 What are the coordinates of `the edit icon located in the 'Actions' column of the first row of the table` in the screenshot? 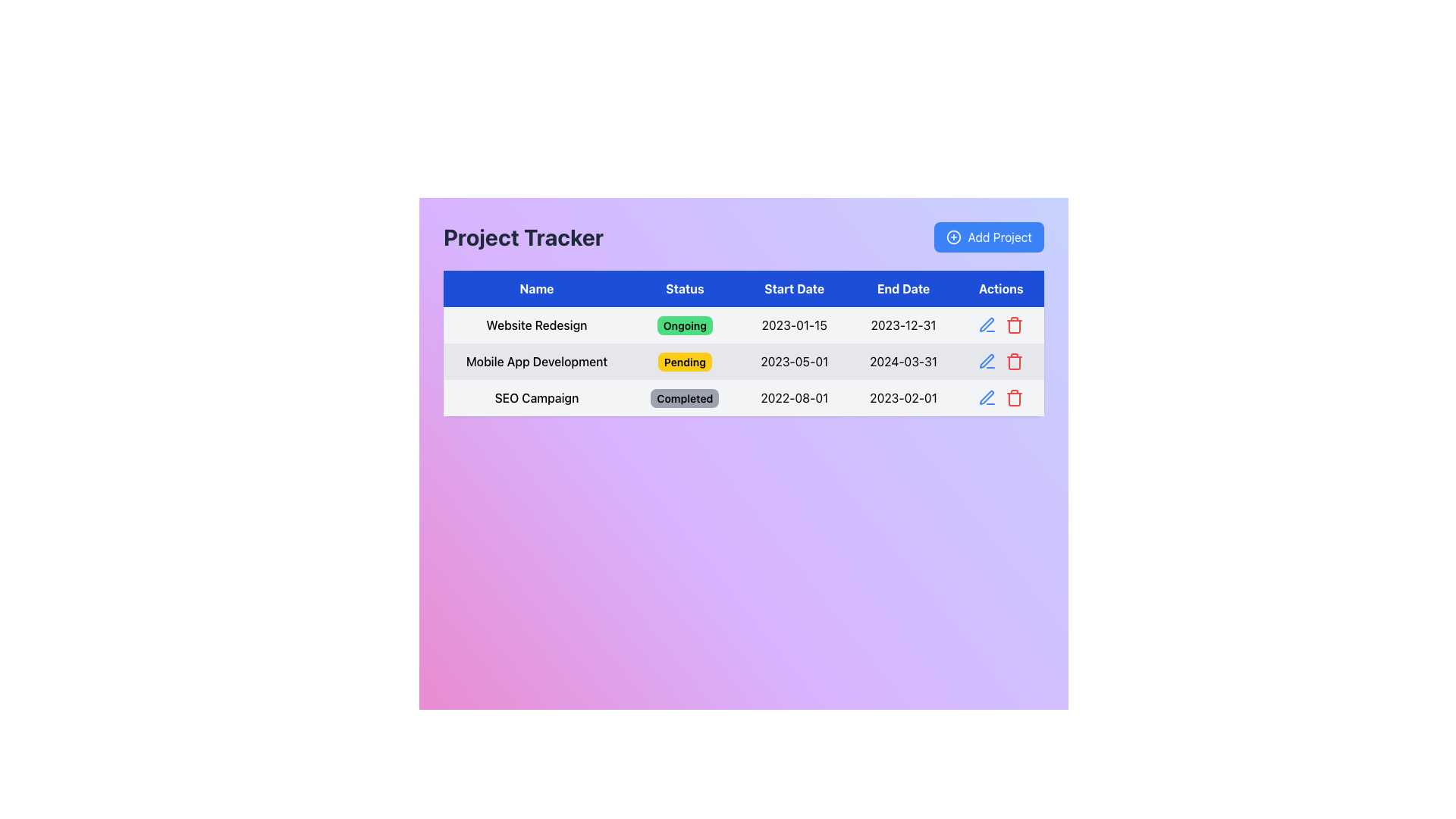 It's located at (987, 324).